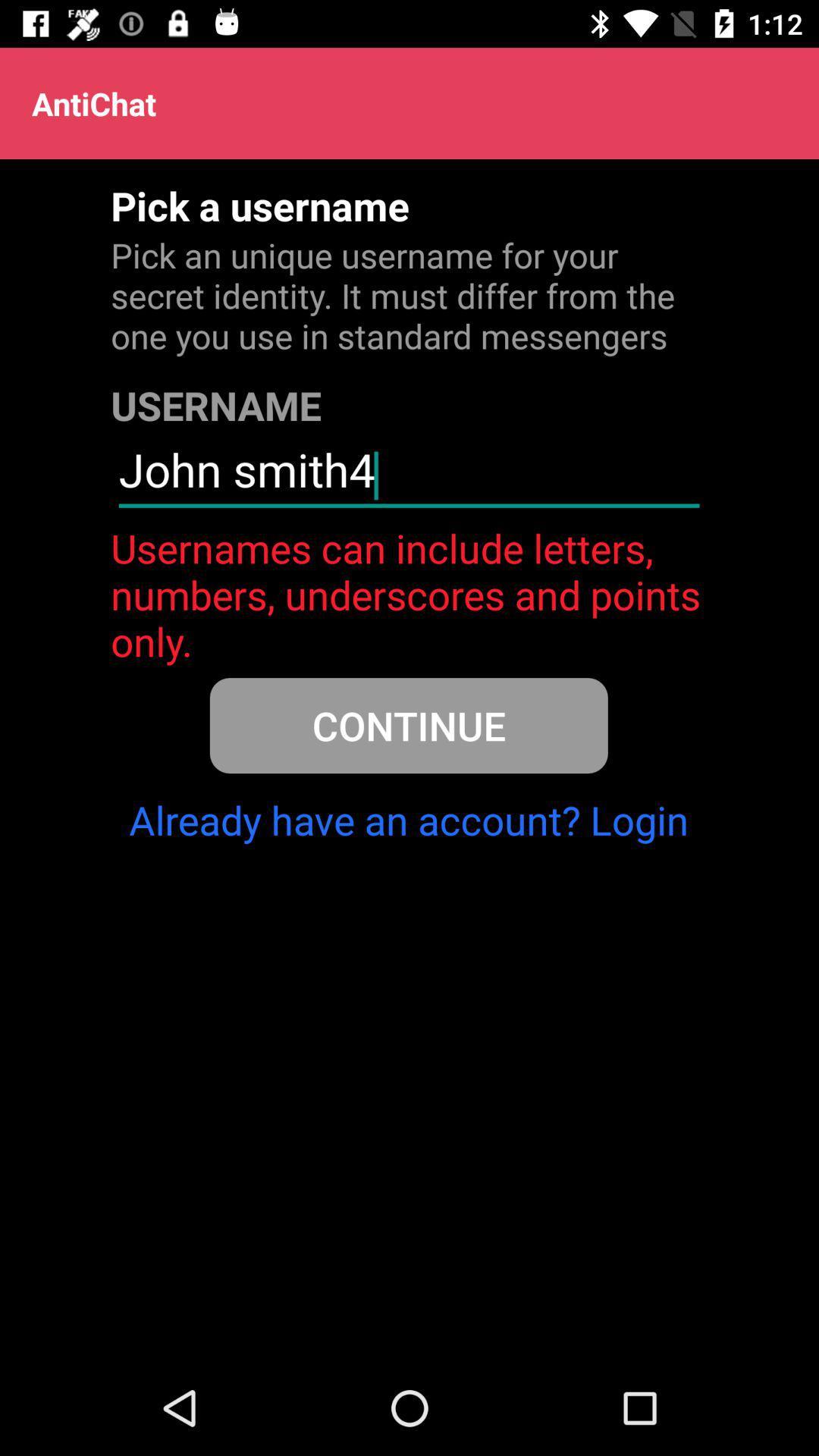 This screenshot has height=1456, width=819. I want to click on item below username, so click(408, 475).